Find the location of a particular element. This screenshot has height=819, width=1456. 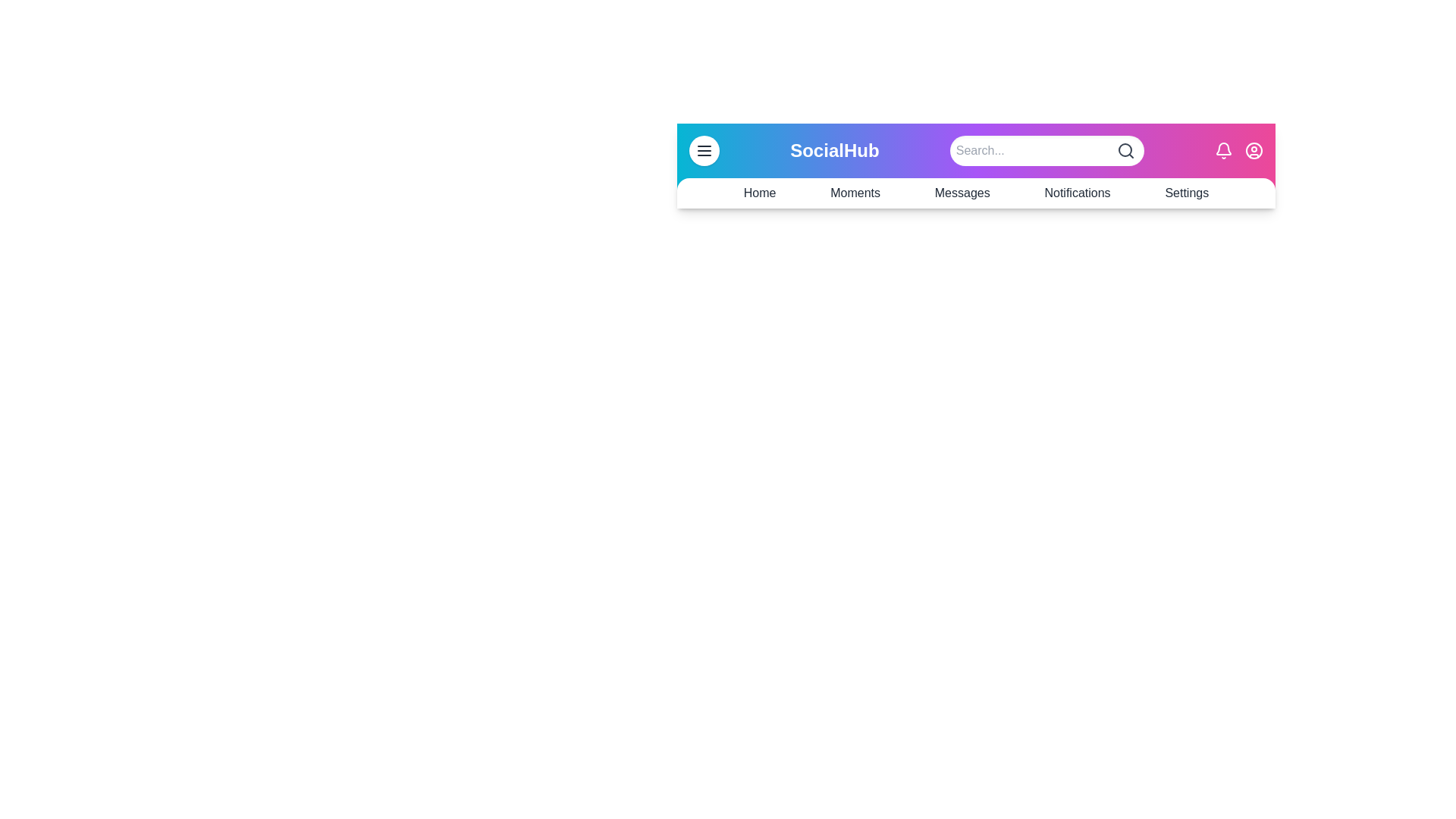

the notification bell icon is located at coordinates (1223, 151).